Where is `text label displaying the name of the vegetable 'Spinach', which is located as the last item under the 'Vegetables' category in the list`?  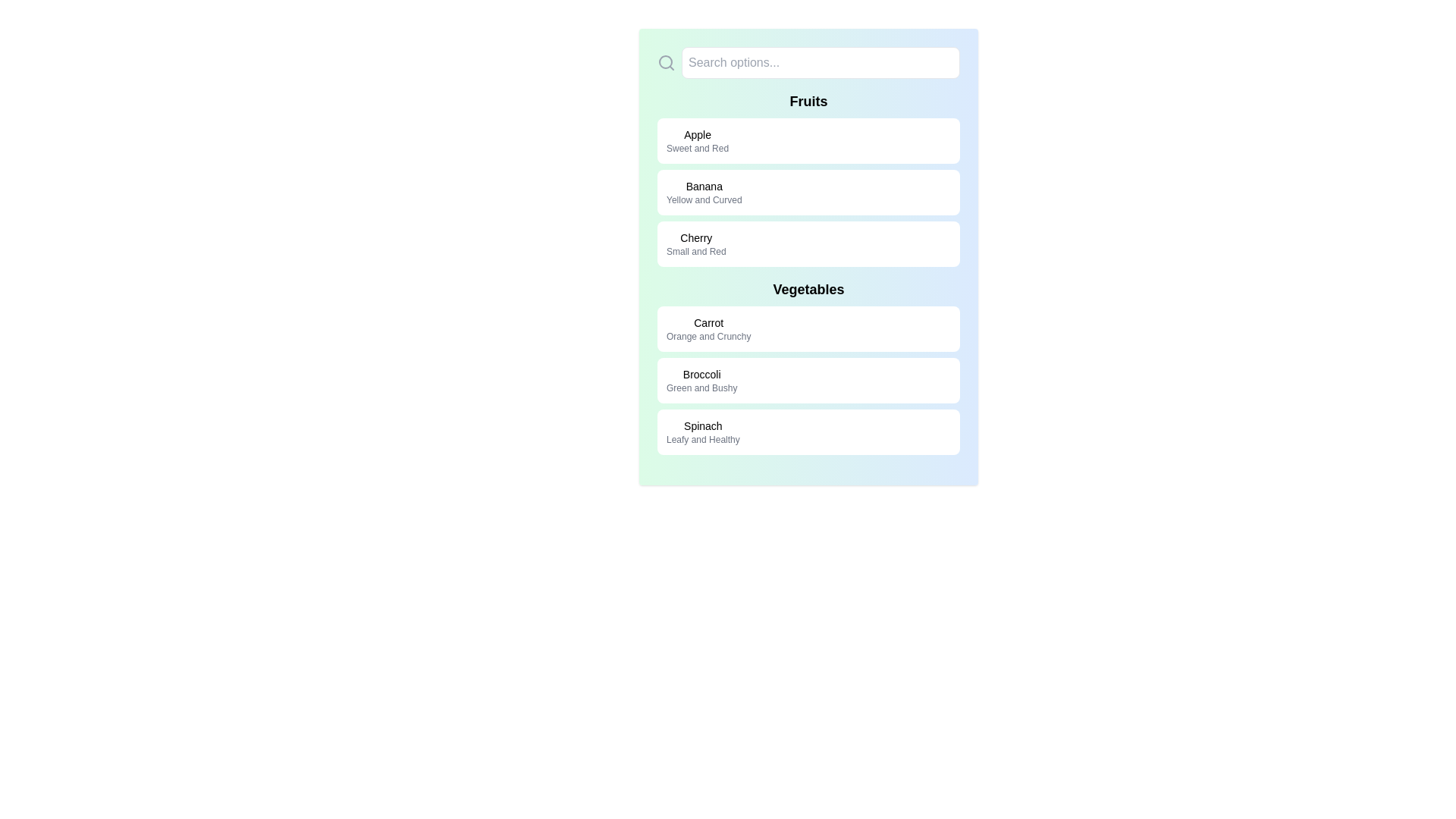
text label displaying the name of the vegetable 'Spinach', which is located as the last item under the 'Vegetables' category in the list is located at coordinates (702, 426).